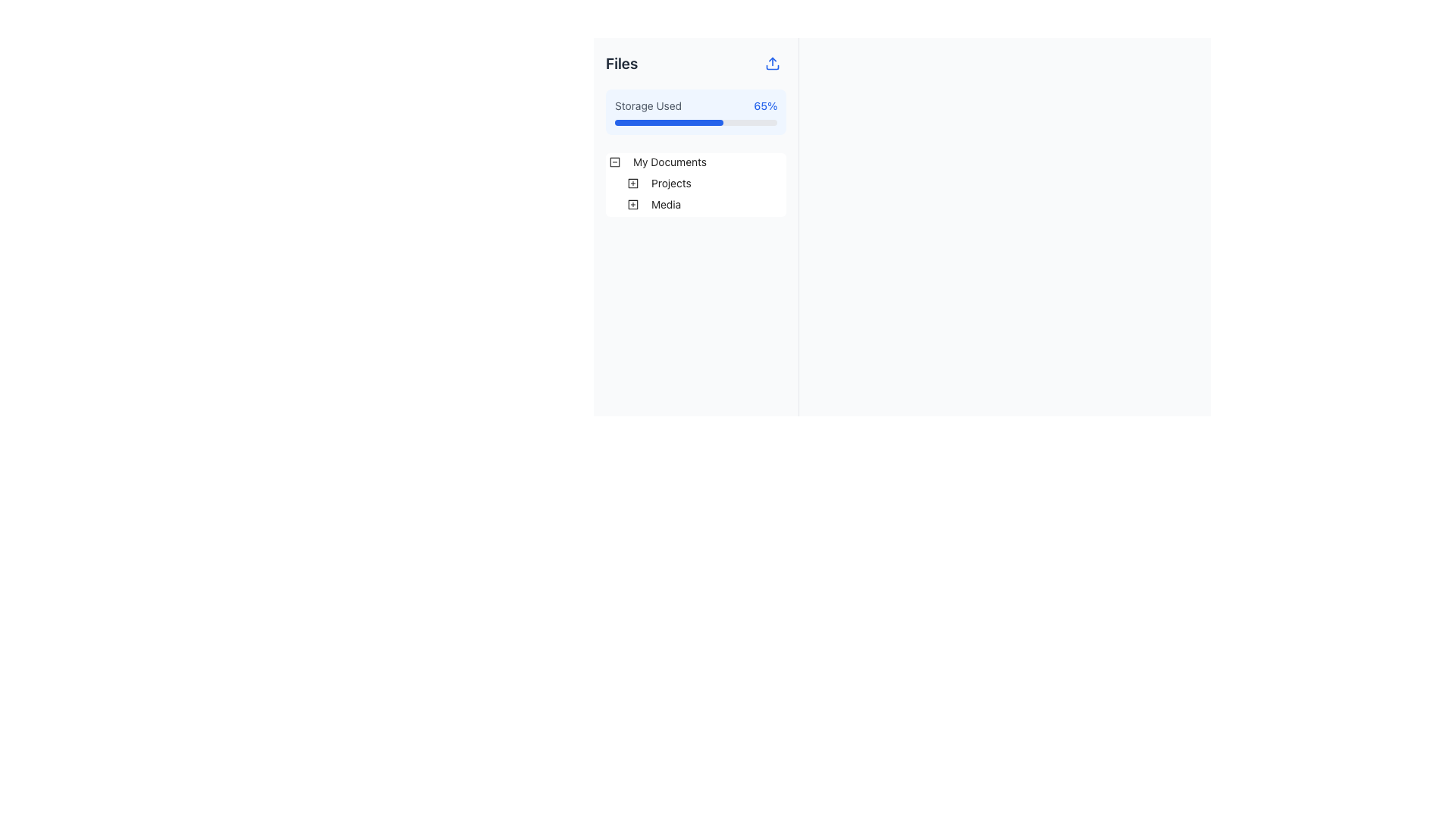 The height and width of the screenshot is (819, 1456). I want to click on the Text Label indicating the percentage of storage used, located to the right of 'Storage Used' in the top-right corner of its section, so click(765, 105).